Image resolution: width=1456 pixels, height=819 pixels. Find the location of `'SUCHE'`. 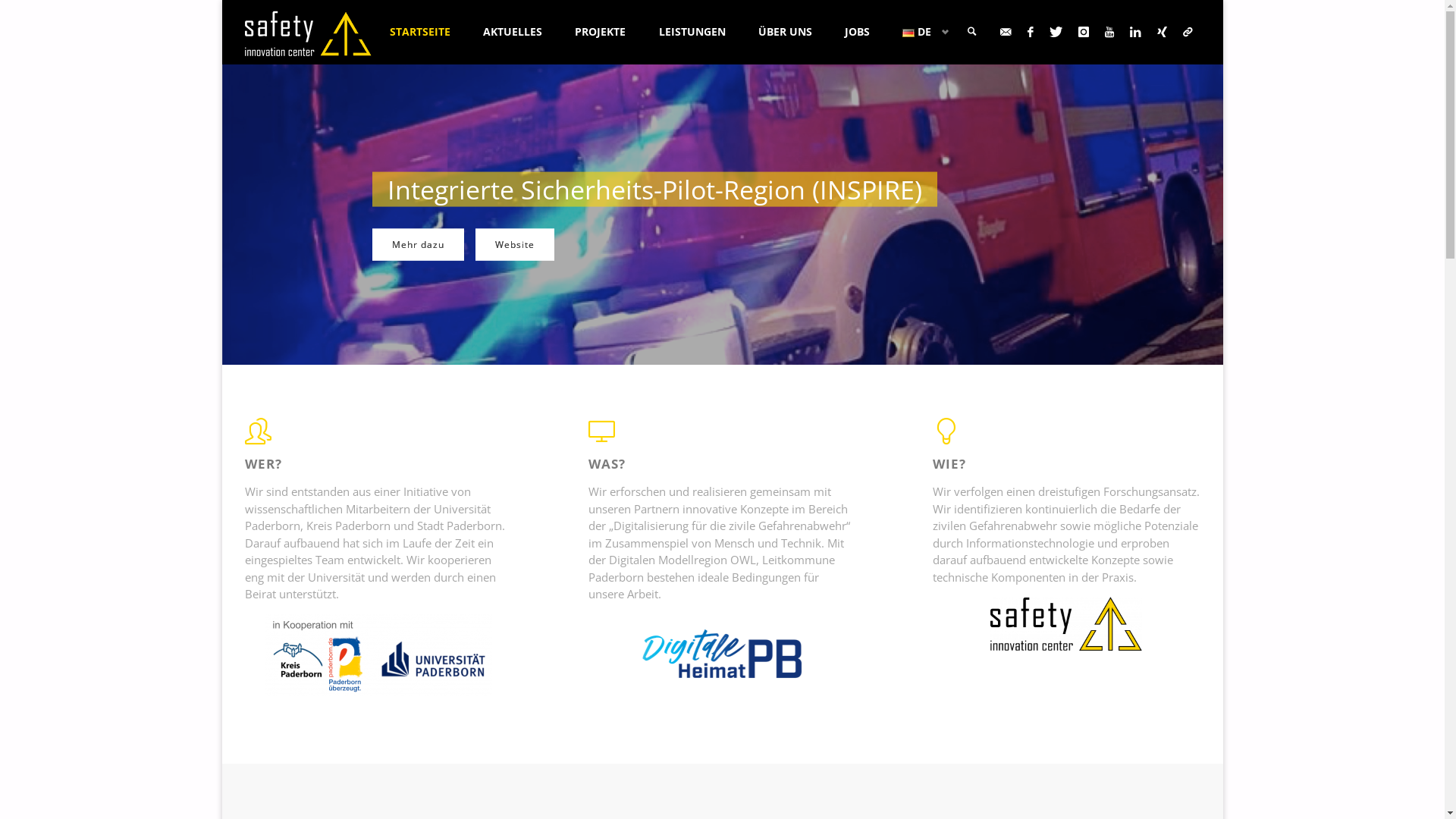

'SUCHE' is located at coordinates (971, 32).